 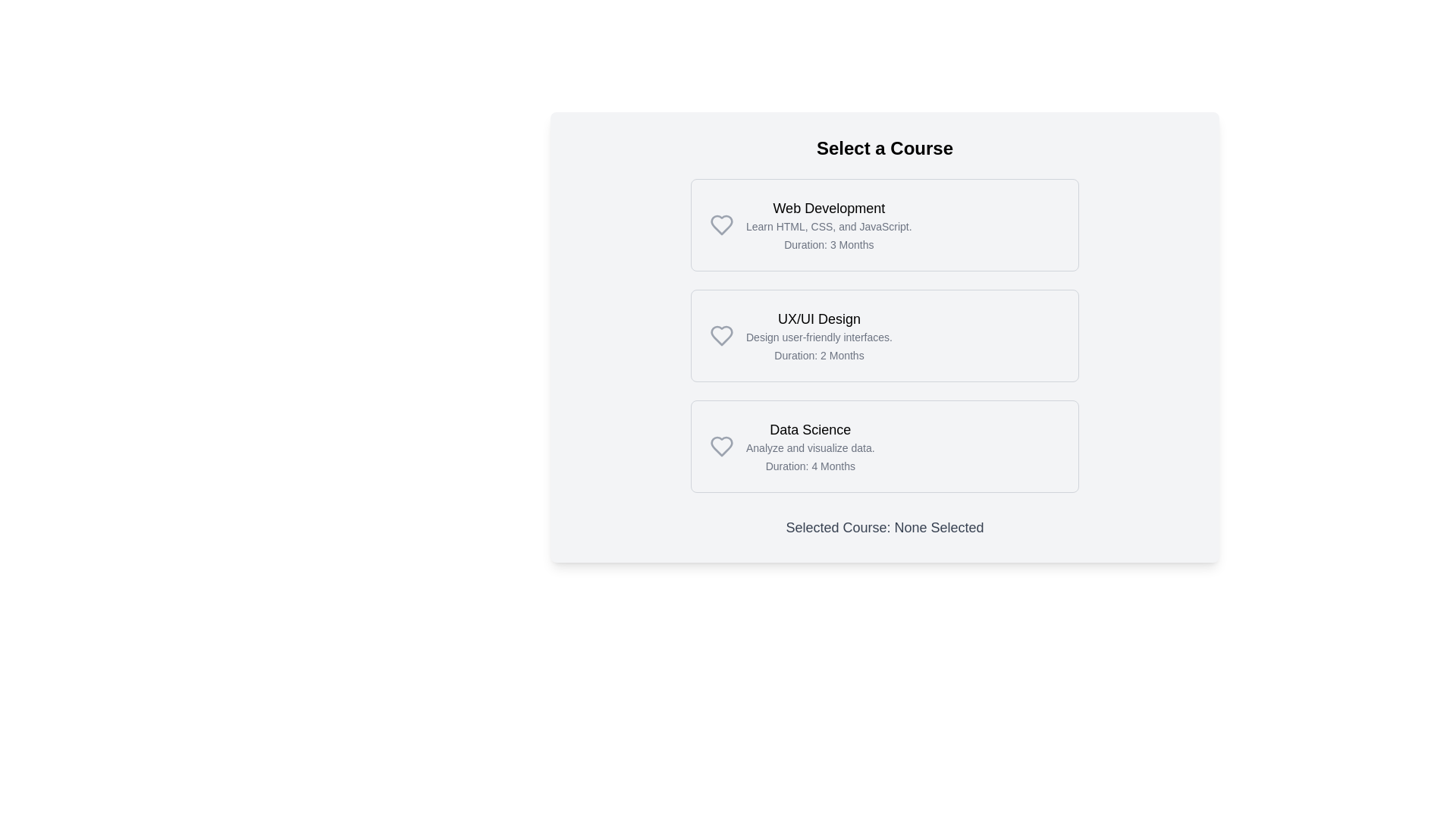 I want to click on information presented in the Text Block titled 'Web Development', which includes the subtitle 'Learn HTML, CSS, and JavaScript.' and the duration '3 Months', so click(x=828, y=225).